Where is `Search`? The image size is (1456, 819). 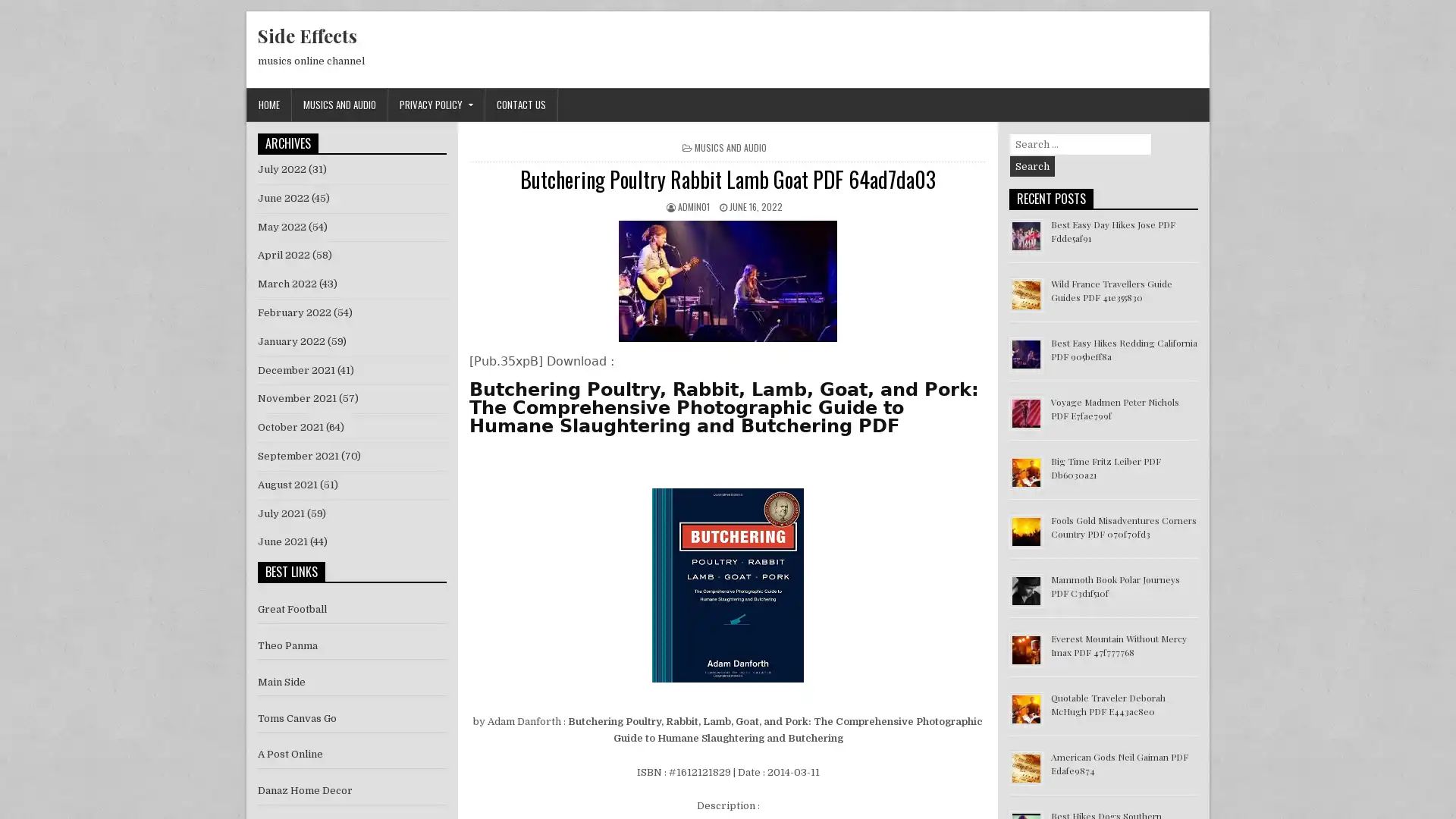 Search is located at coordinates (1031, 166).